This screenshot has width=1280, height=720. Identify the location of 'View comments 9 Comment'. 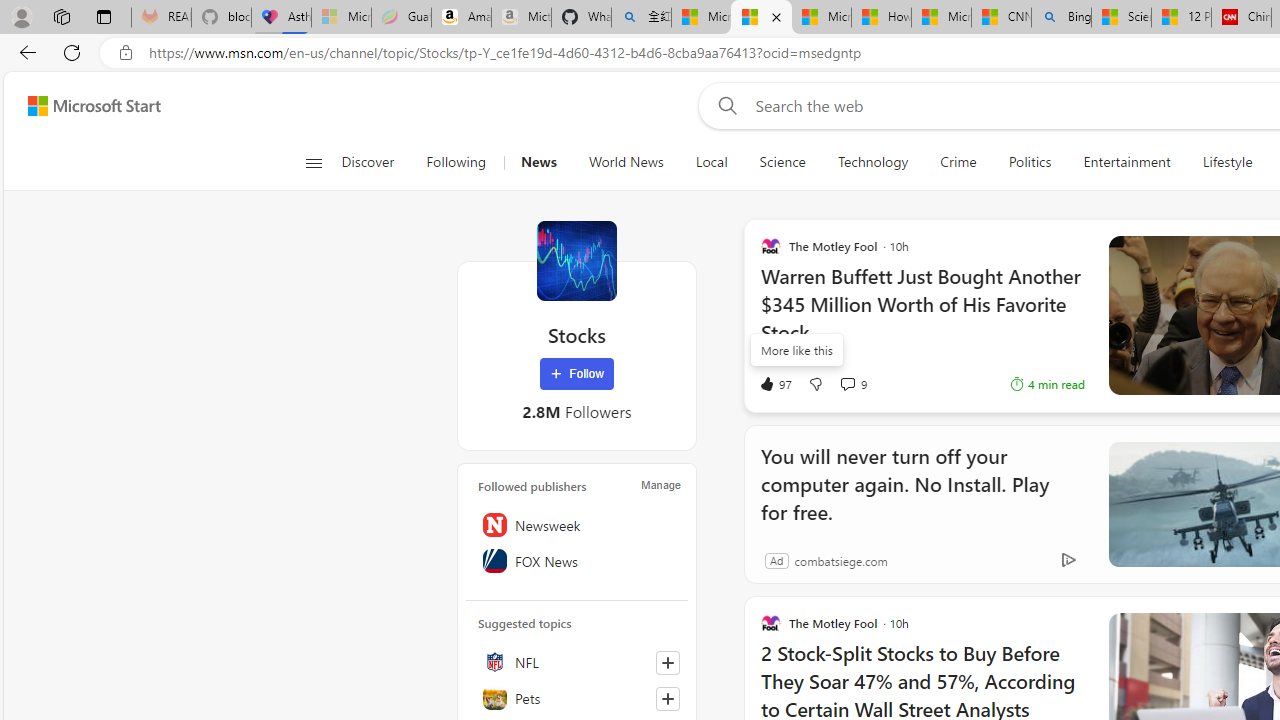
(847, 383).